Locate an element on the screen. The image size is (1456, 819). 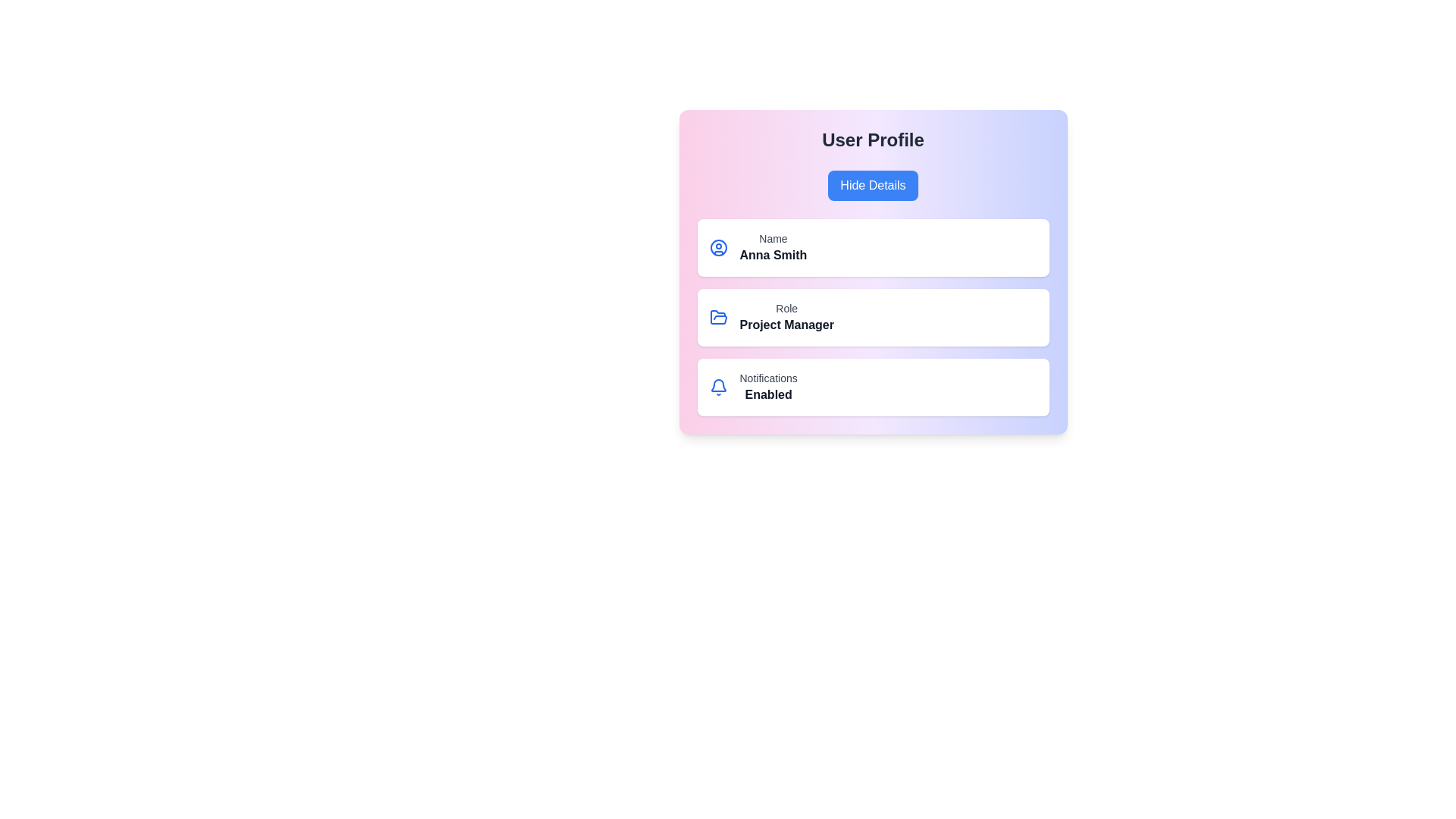
the 'Enabled' text label, which is styled in bold dark gray and located in the notification section of the user profile card, beneath the 'Notifications' label and next to the bell icon is located at coordinates (768, 394).